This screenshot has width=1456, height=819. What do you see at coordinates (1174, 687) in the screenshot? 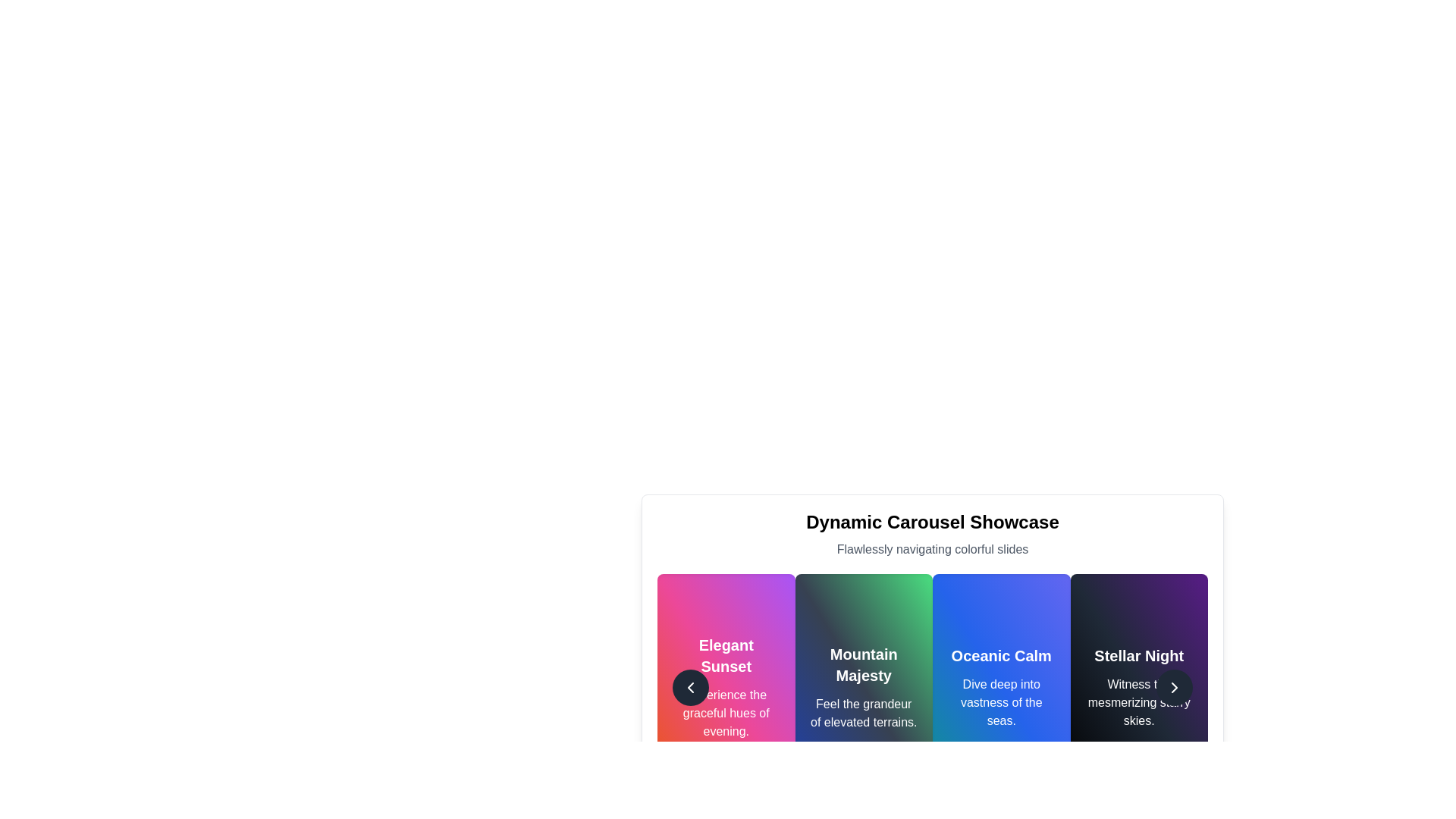
I see `the circular button with a dark gray background and a white chevron icon pointing right, located on the far right of the carousel component` at bounding box center [1174, 687].